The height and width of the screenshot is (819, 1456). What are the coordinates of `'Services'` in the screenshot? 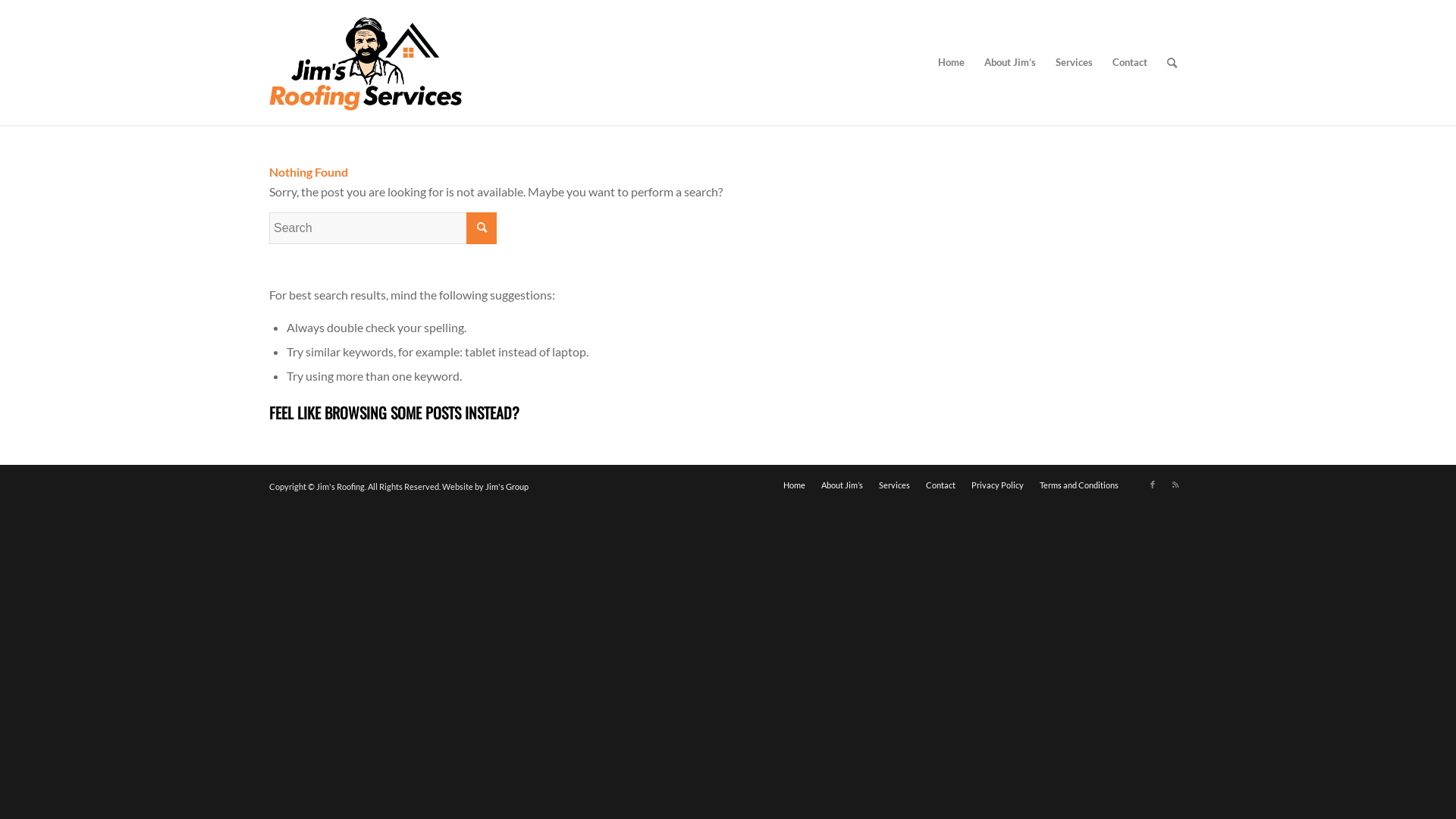 It's located at (894, 485).